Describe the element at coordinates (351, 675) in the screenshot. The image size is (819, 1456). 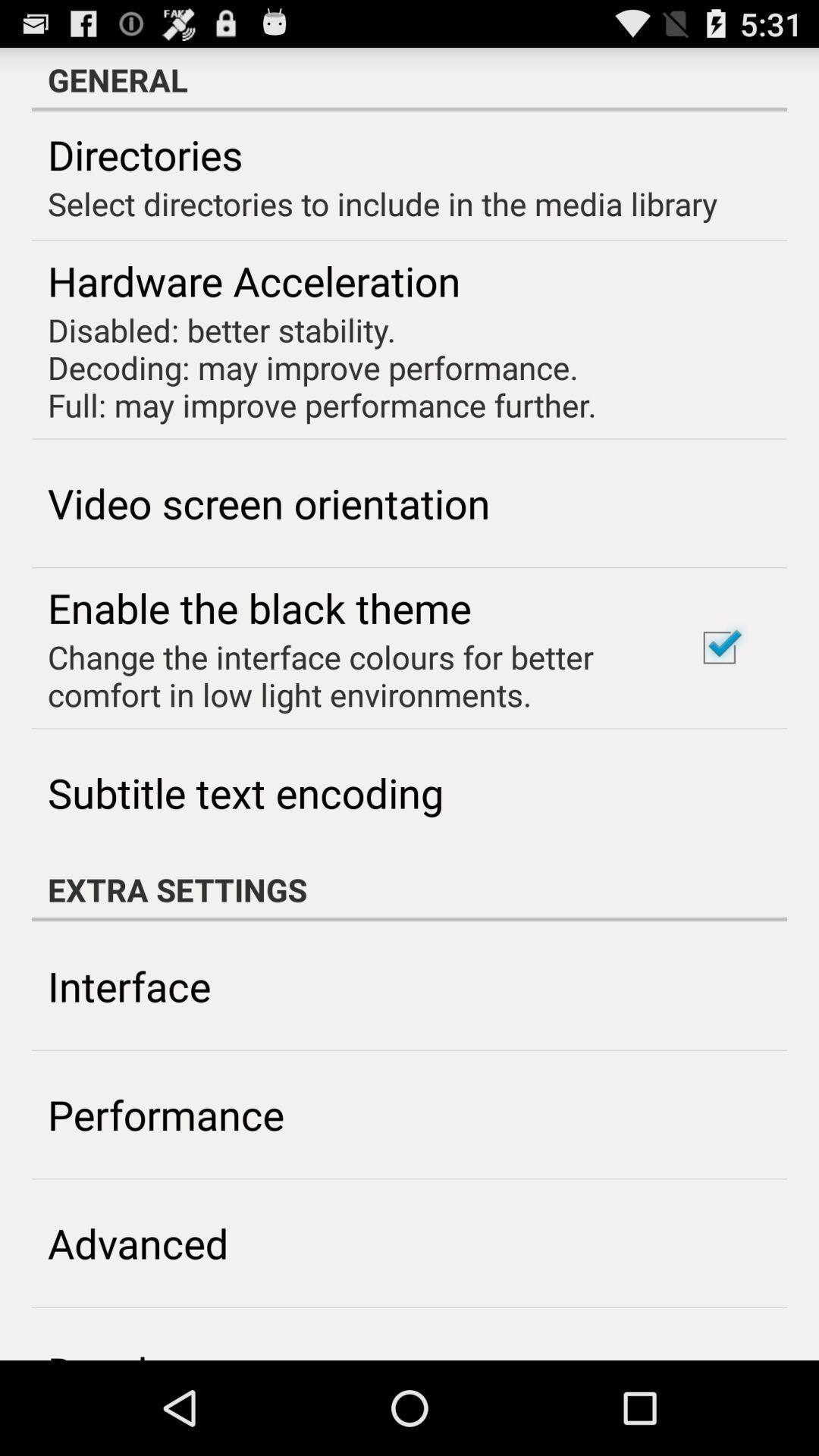
I see `icon above the subtitle text encoding` at that location.